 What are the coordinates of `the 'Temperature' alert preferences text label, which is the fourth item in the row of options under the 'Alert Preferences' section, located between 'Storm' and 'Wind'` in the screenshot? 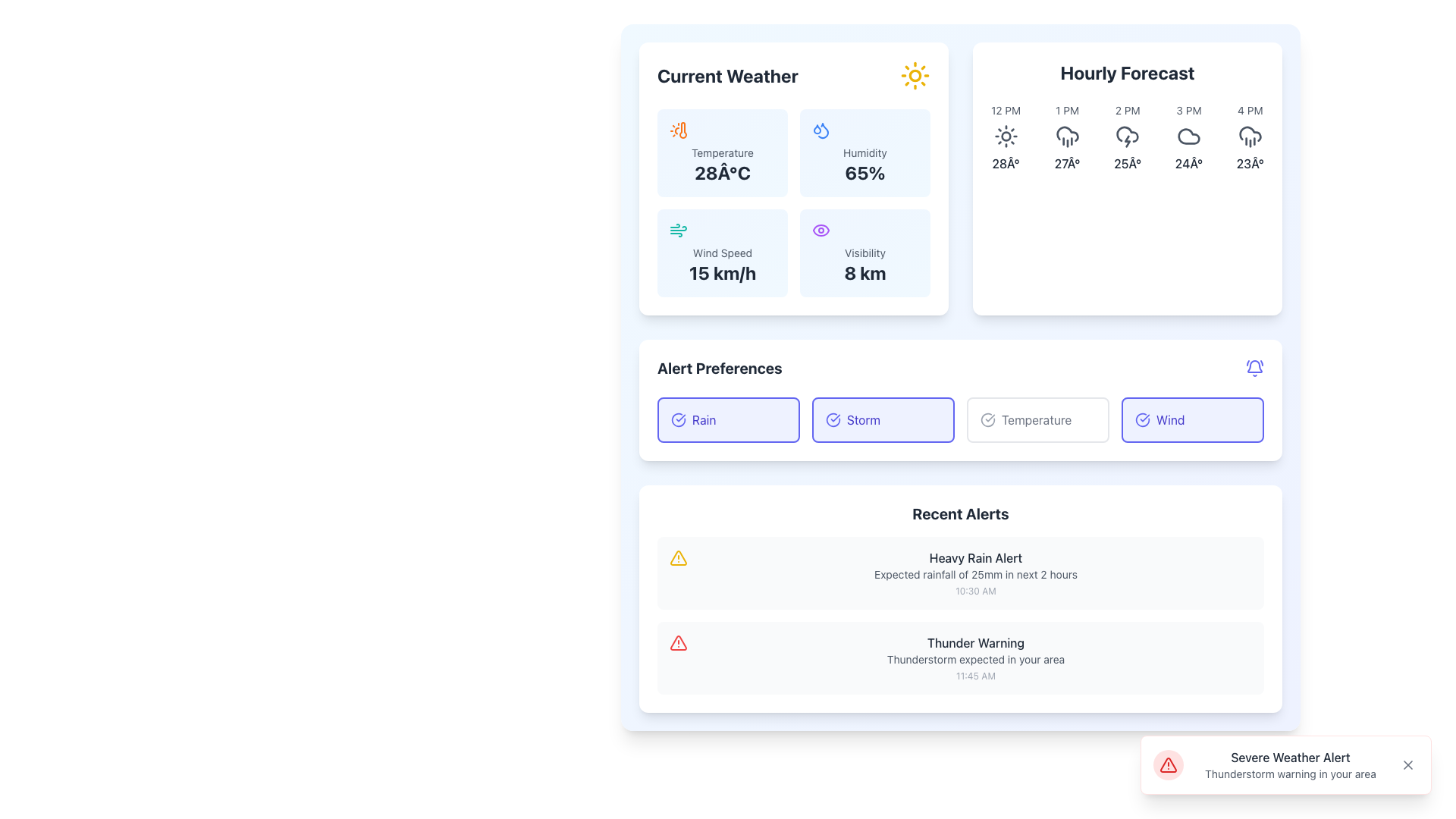 It's located at (1036, 420).